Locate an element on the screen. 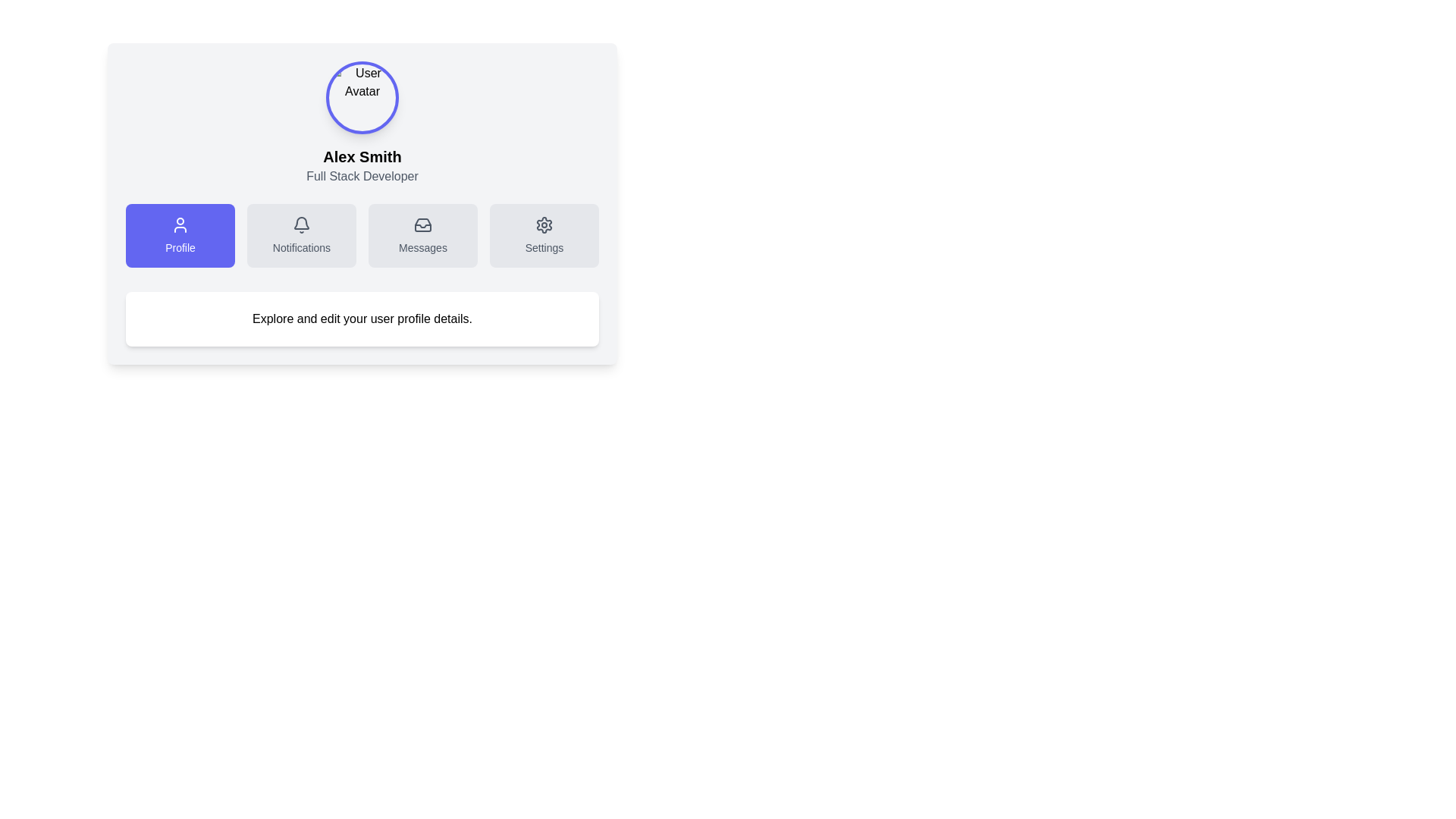  the Messages icon, which is part of the navigation section of the webpage, styled with a dark gray stroke and no fill is located at coordinates (422, 225).